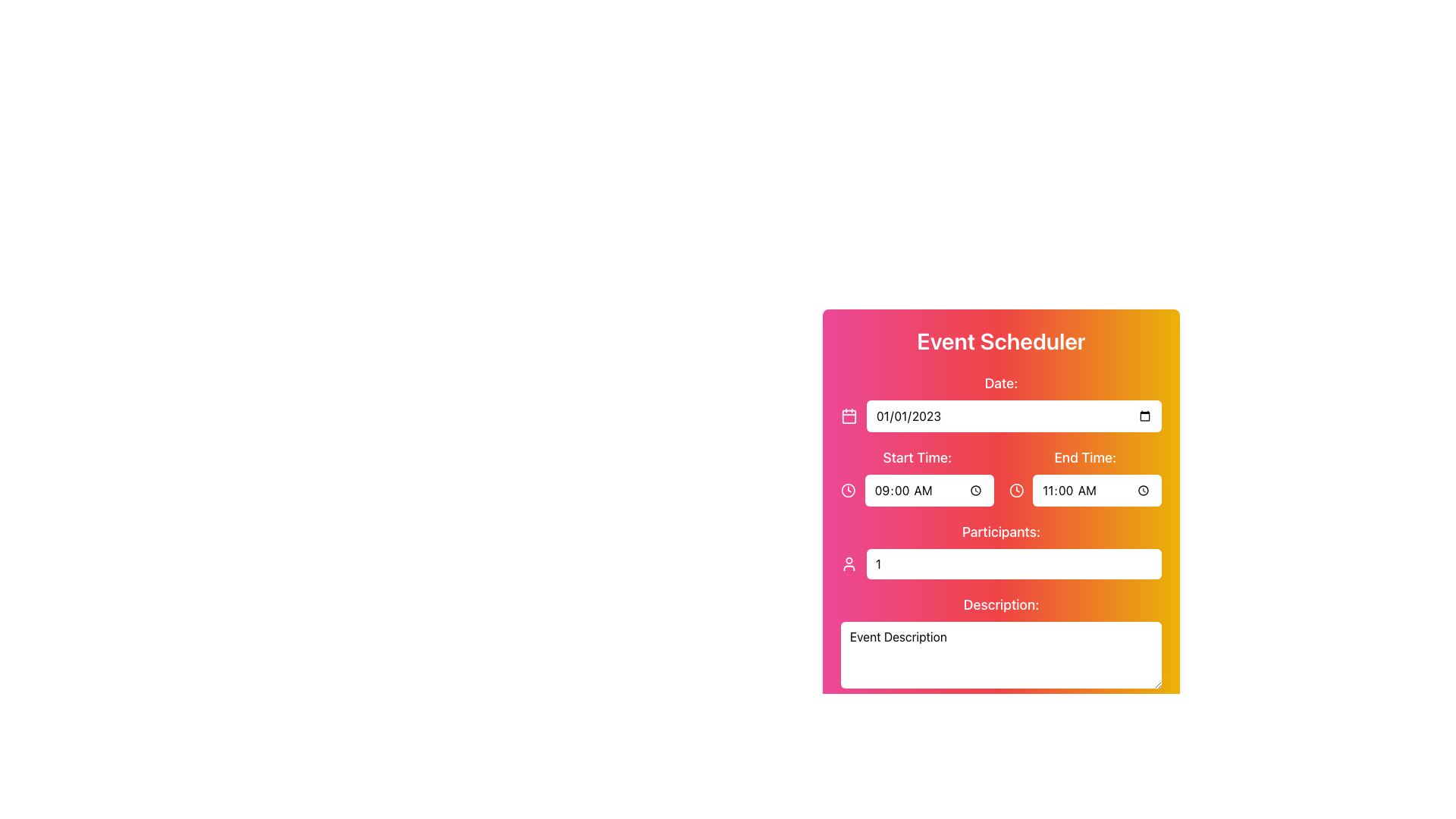  I want to click on the calendar icon that indicates the purpose of the adjacent date input field, located in the 'Date' section of the scheduler interface, so click(848, 416).